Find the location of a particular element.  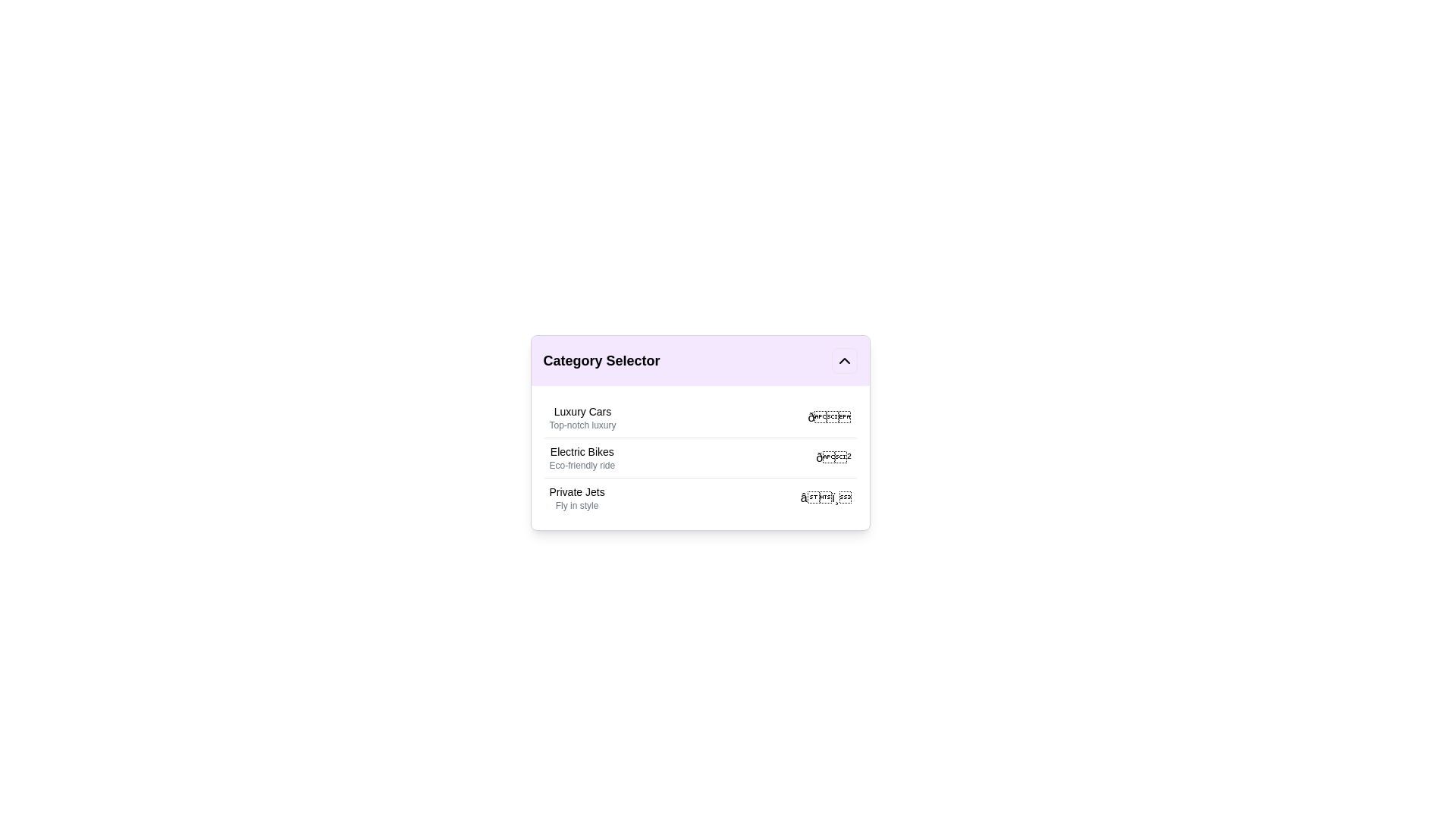

the text label that describes the 'Electric Bikes' option, positioned directly below the heading 'Electric Bikes' in the vertical list is located at coordinates (581, 464).